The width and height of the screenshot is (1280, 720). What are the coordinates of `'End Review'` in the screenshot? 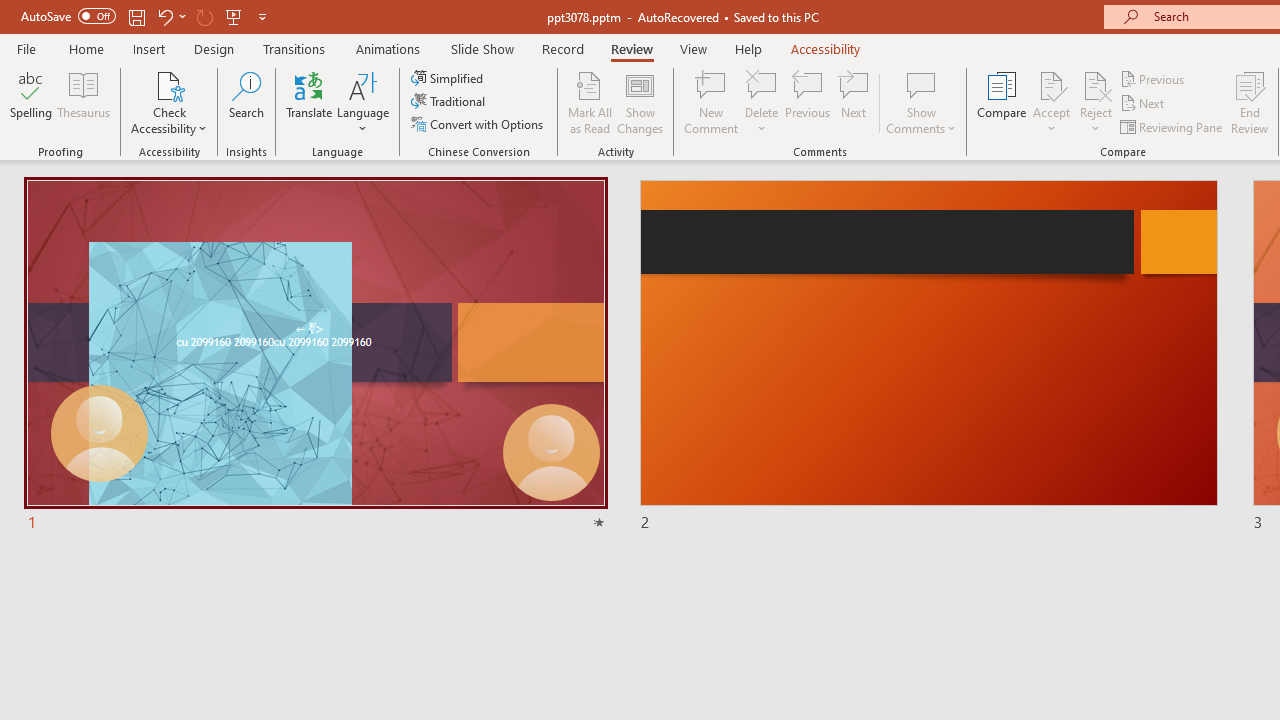 It's located at (1248, 103).